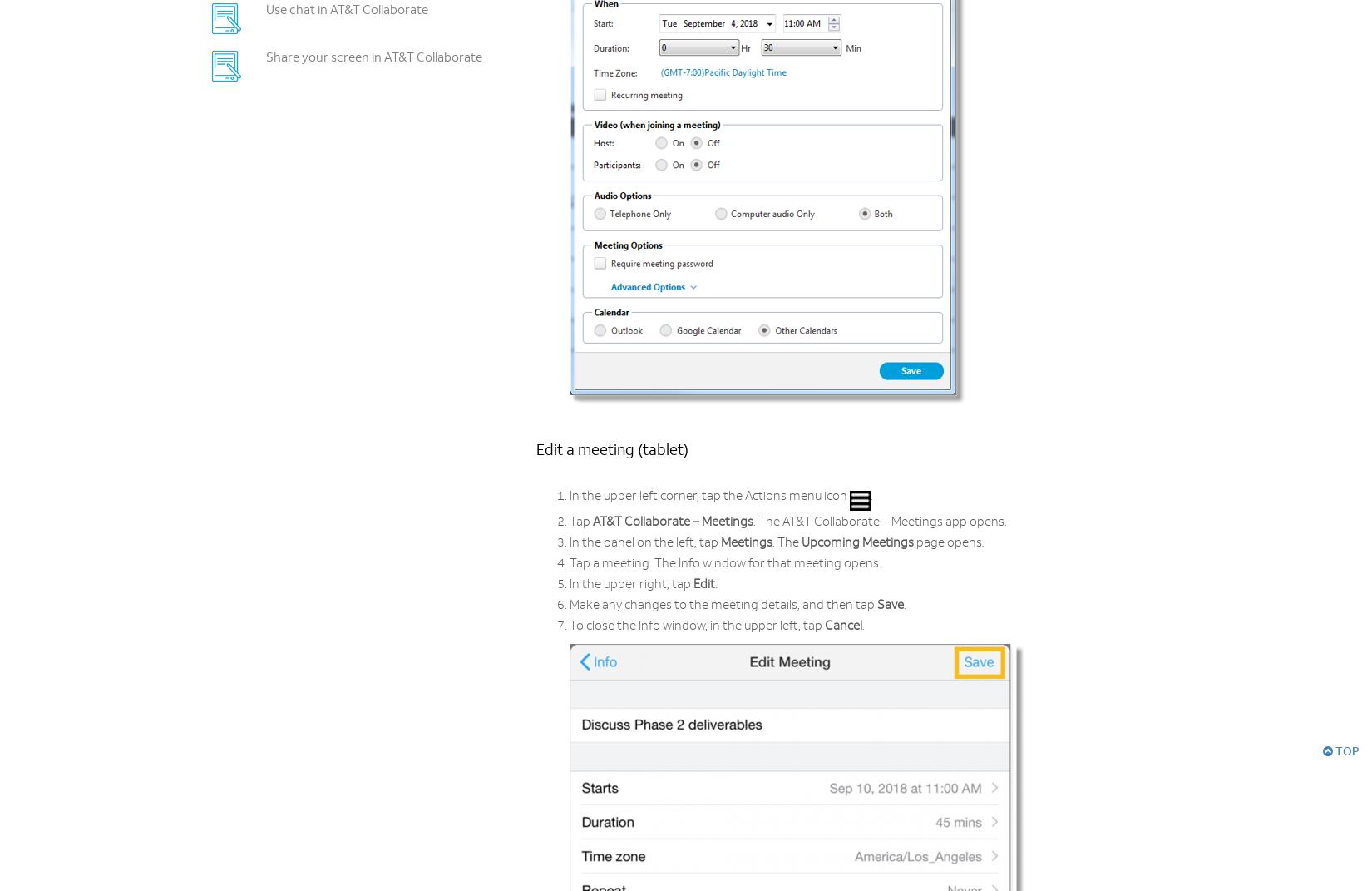  I want to click on 'Meetings', so click(746, 542).